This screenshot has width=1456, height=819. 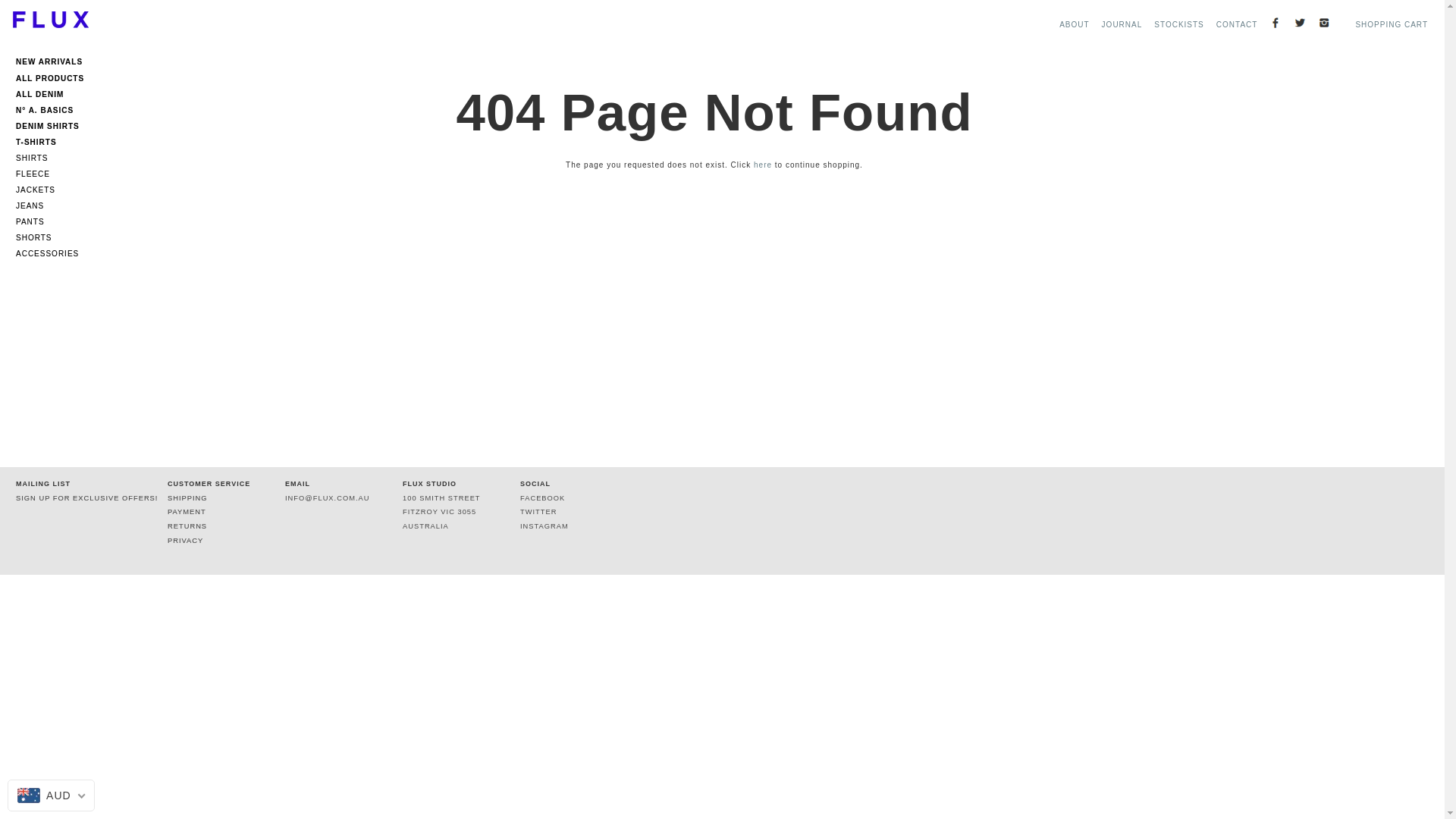 I want to click on 'STOCKISTS', so click(x=1178, y=24).